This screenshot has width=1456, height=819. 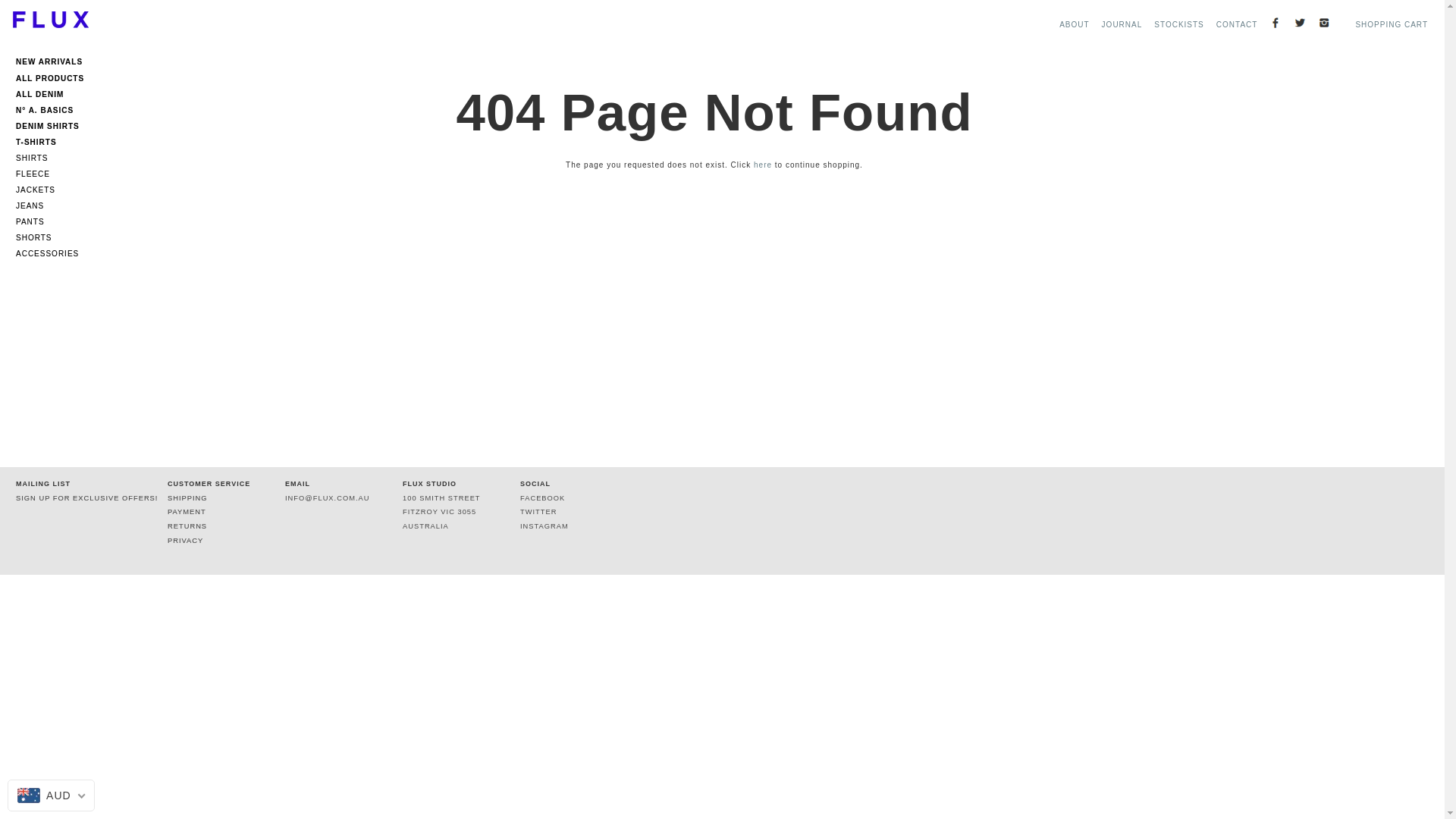 I want to click on 'STOCKISTS', so click(x=1178, y=24).